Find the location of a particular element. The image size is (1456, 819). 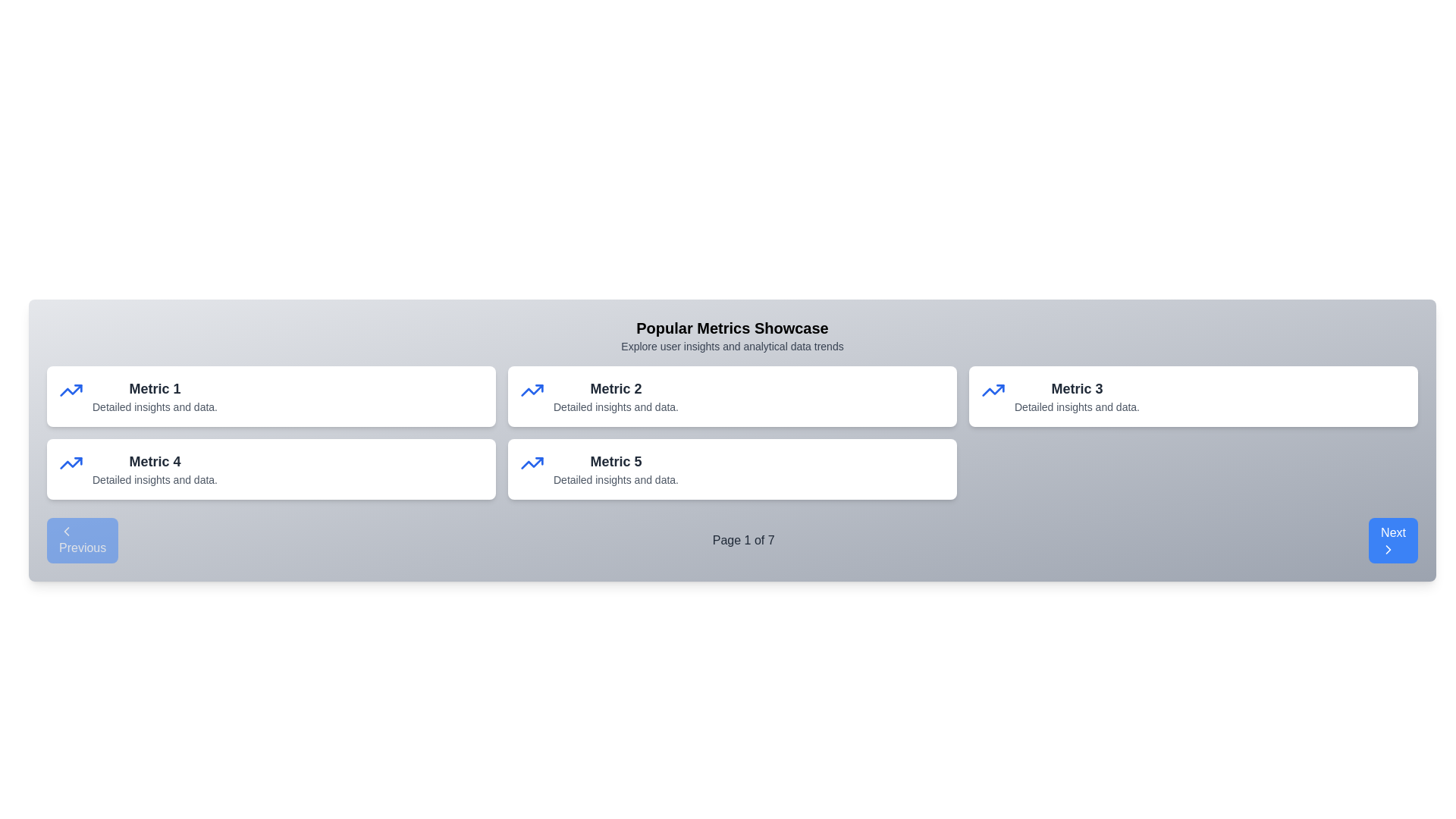

text content of the 'Metric 2' element, which is displayed in bold, larger size, and dark gray color, located in the upper-right group of the grid layout is located at coordinates (616, 388).